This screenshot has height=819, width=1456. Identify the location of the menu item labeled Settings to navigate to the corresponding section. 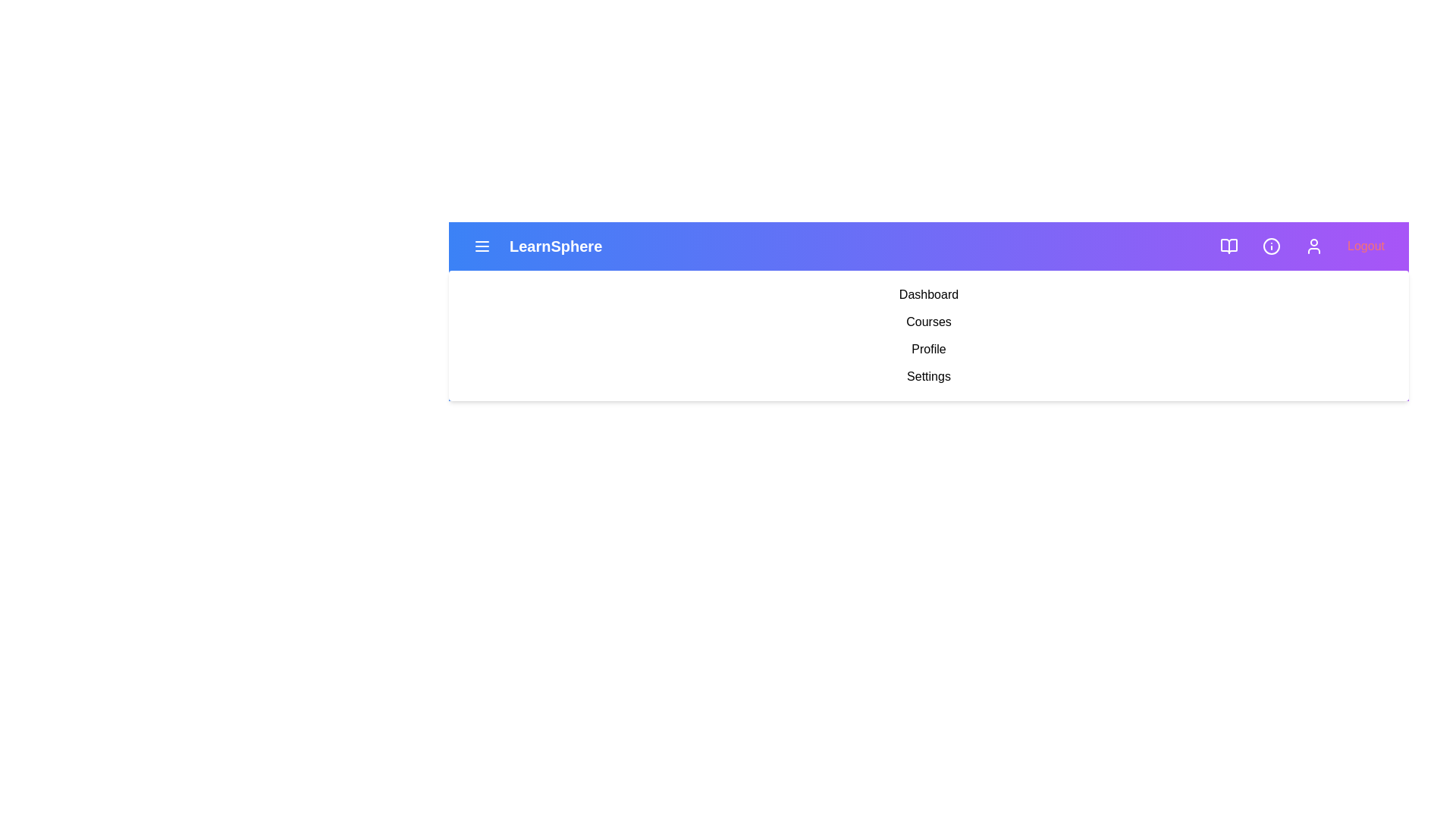
(927, 376).